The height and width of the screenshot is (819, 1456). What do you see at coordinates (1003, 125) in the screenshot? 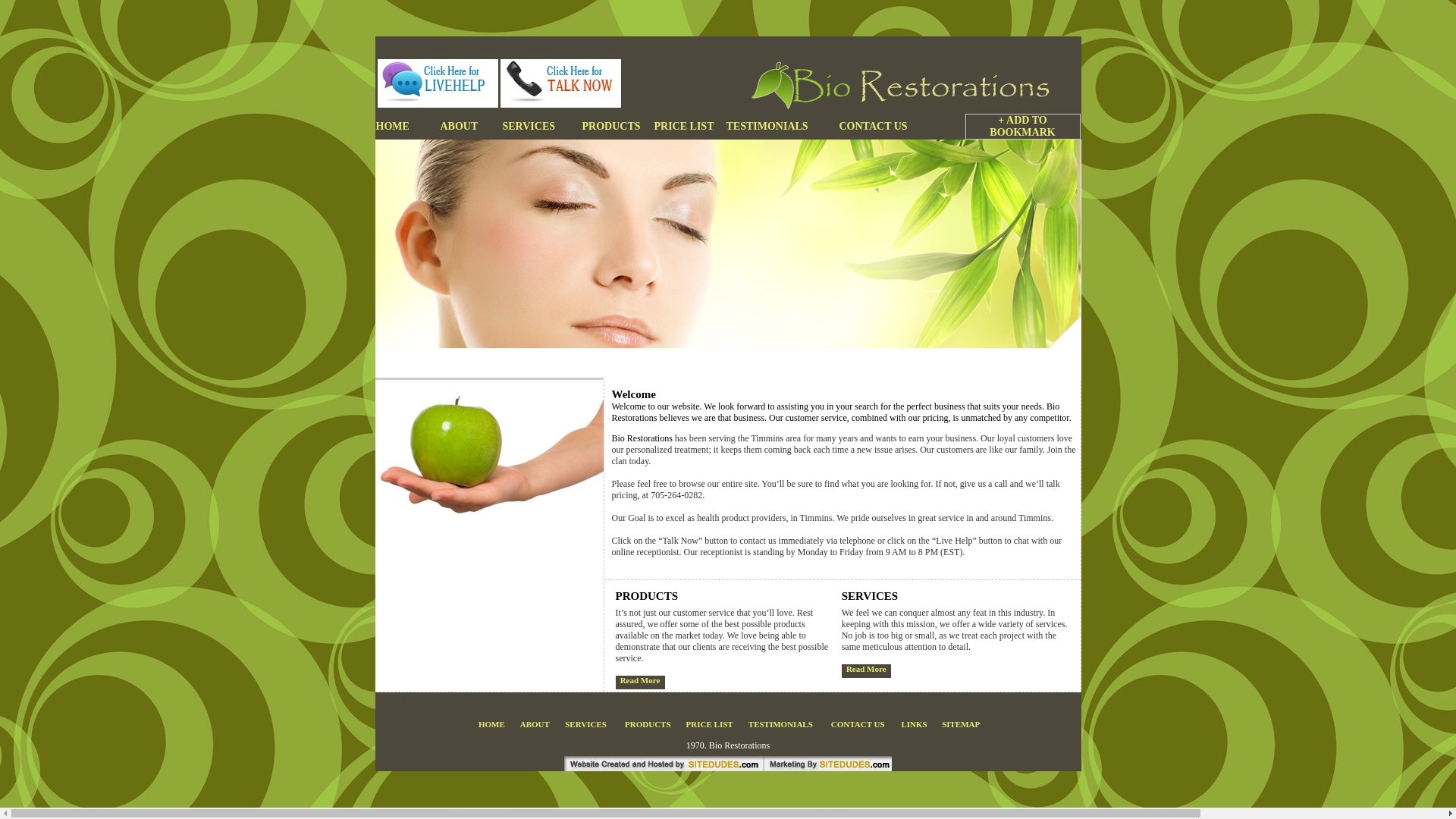
I see `'+ ADD TO BOOKMARK'` at bounding box center [1003, 125].